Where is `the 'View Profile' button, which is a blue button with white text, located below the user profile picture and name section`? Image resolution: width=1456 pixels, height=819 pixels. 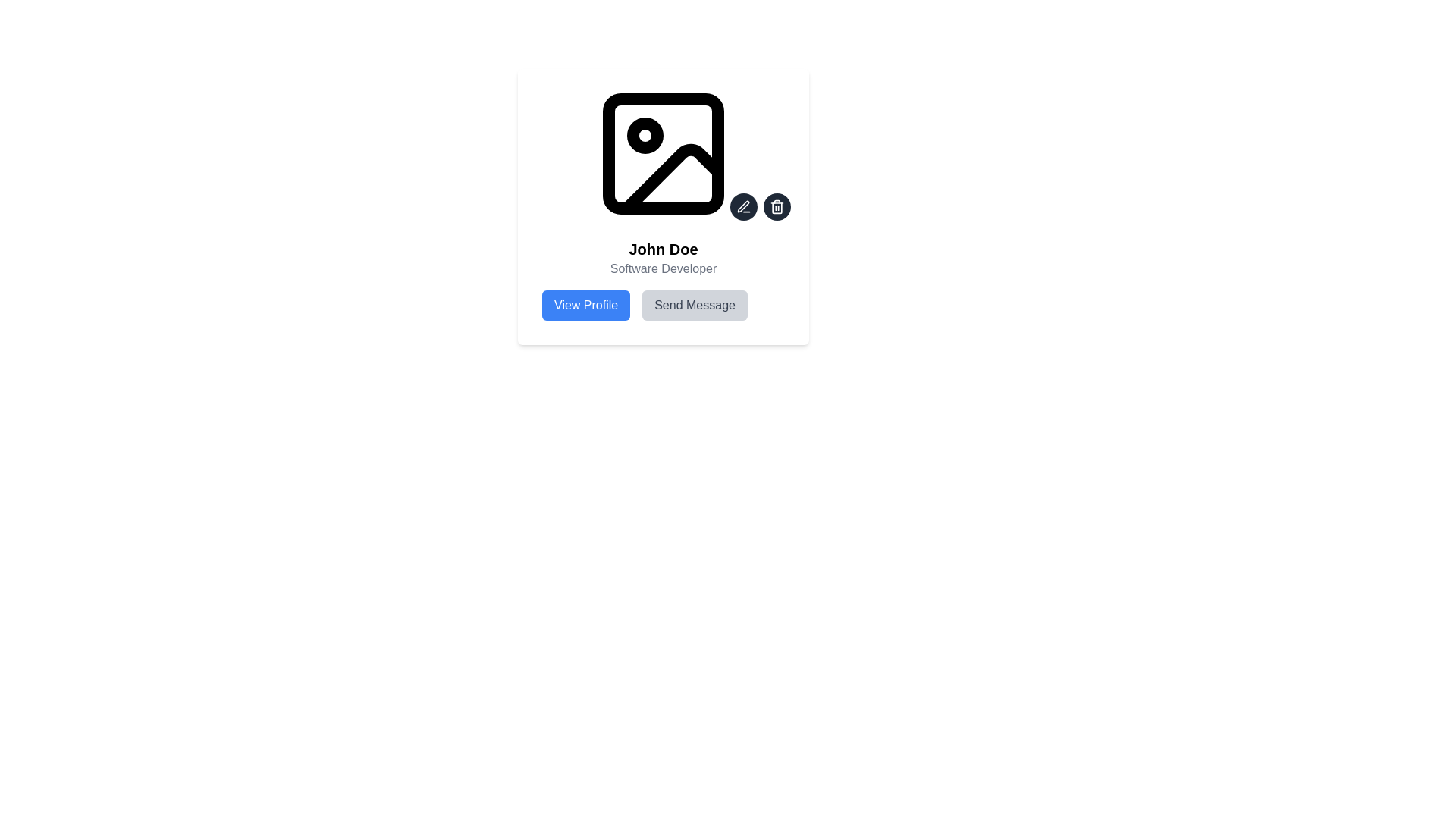 the 'View Profile' button, which is a blue button with white text, located below the user profile picture and name section is located at coordinates (585, 305).